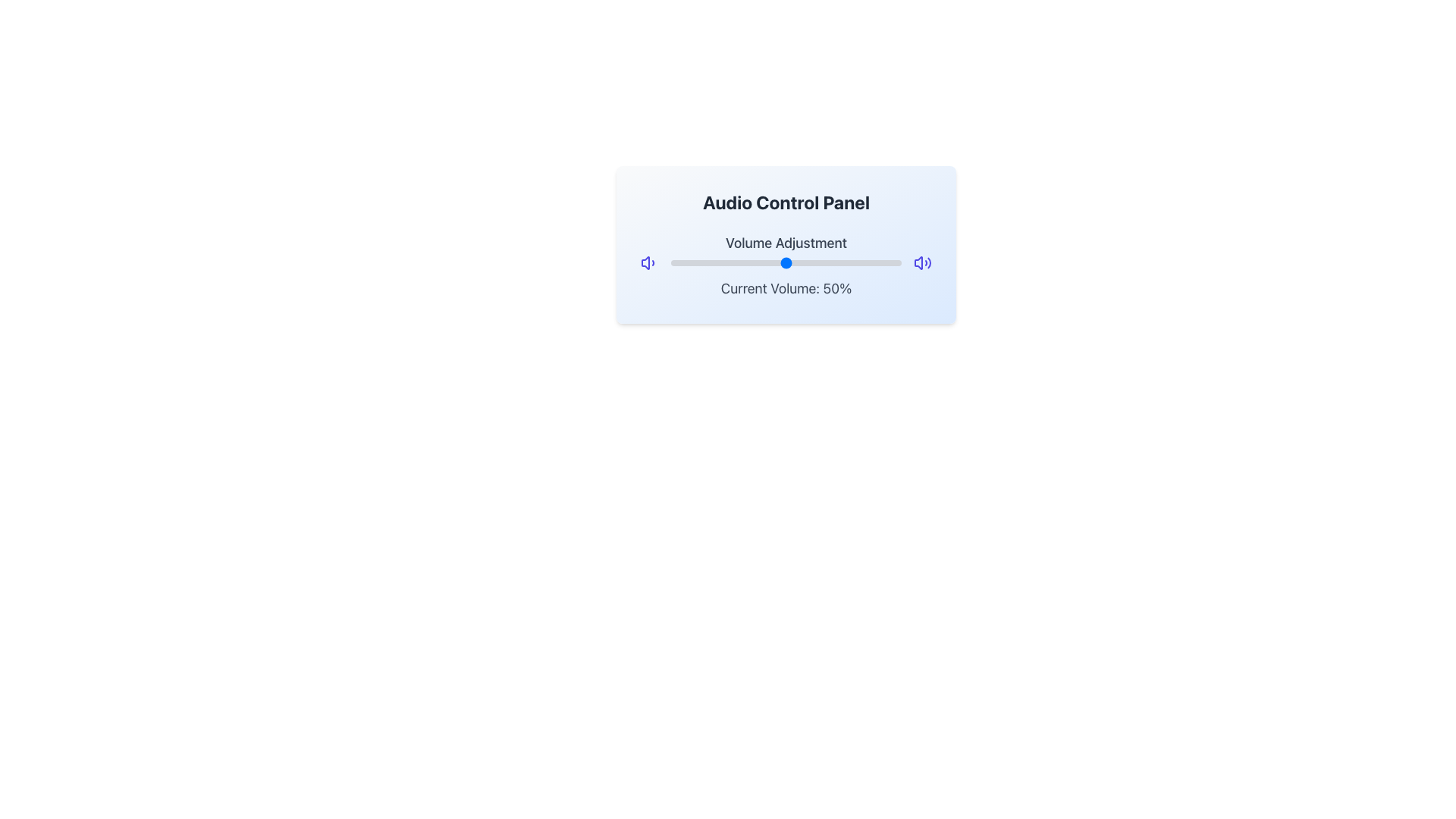  What do you see at coordinates (714, 259) in the screenshot?
I see `the volume` at bounding box center [714, 259].